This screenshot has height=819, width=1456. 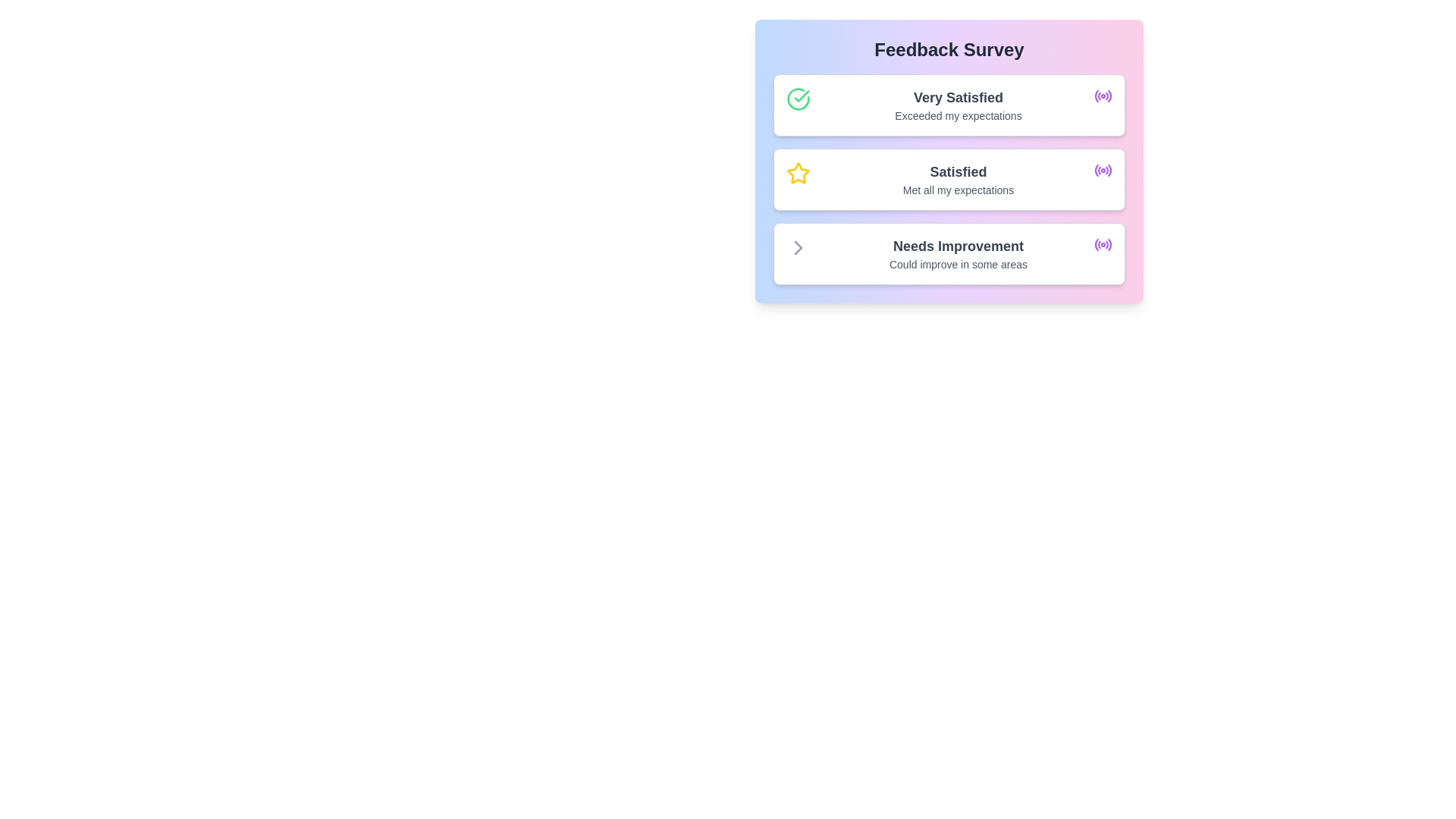 I want to click on the yellow star icon with a hollow center and thick outline, which is the second choice in the vertical list of feedback levels on the survey card, aligned to the left of the text 'Satisfied', so click(x=797, y=172).